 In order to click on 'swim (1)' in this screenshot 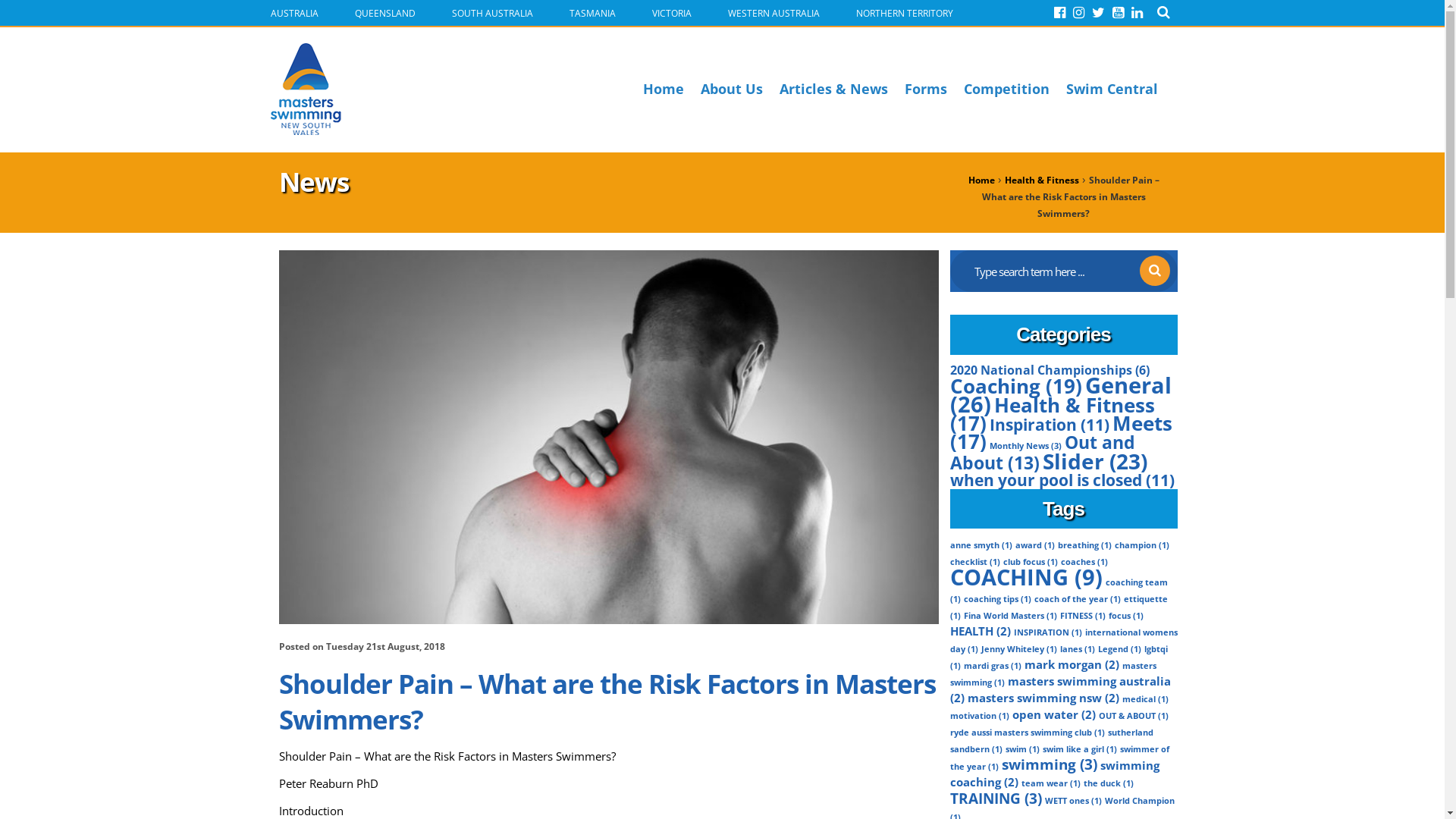, I will do `click(1022, 748)`.